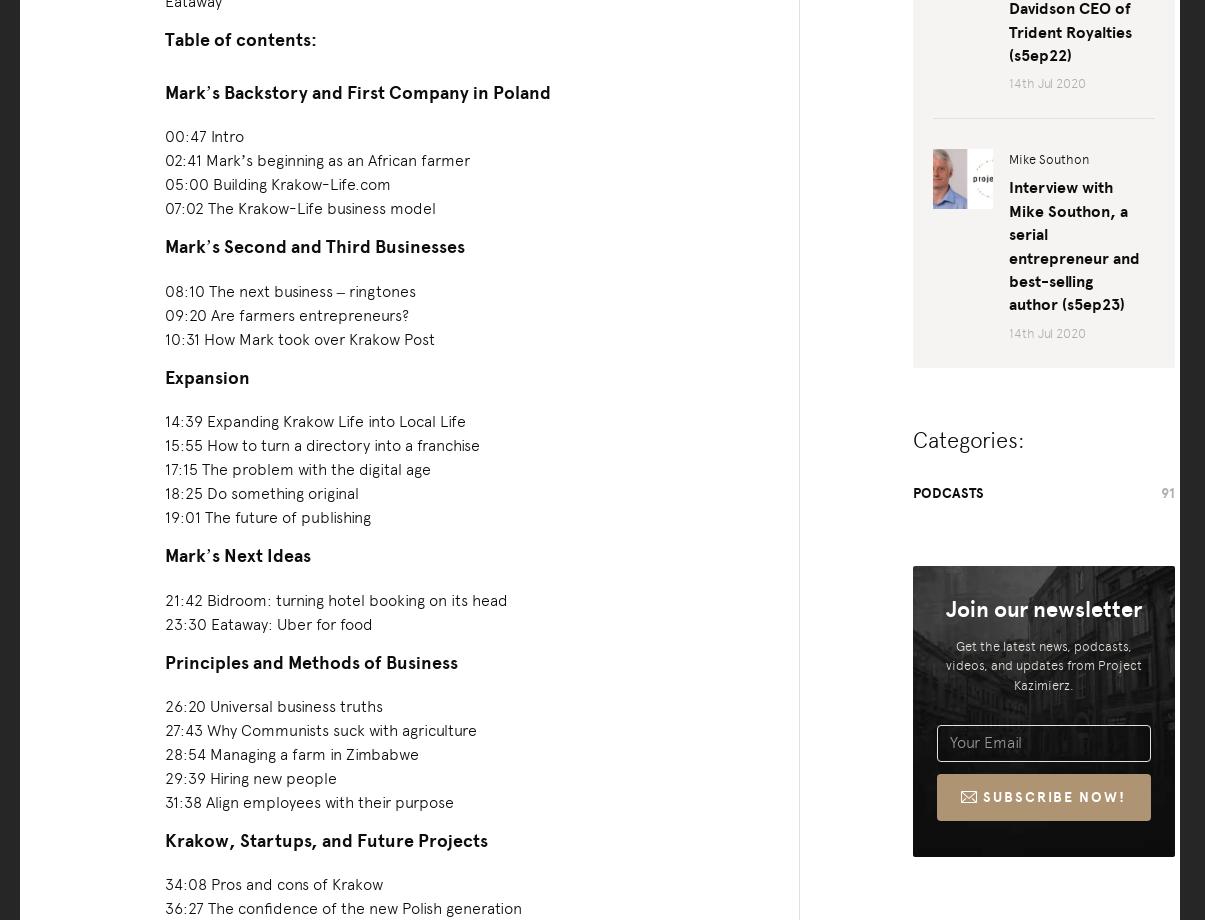 This screenshot has height=920, width=1205. Describe the element at coordinates (249, 777) in the screenshot. I see `'29:39 Hiring new people'` at that location.